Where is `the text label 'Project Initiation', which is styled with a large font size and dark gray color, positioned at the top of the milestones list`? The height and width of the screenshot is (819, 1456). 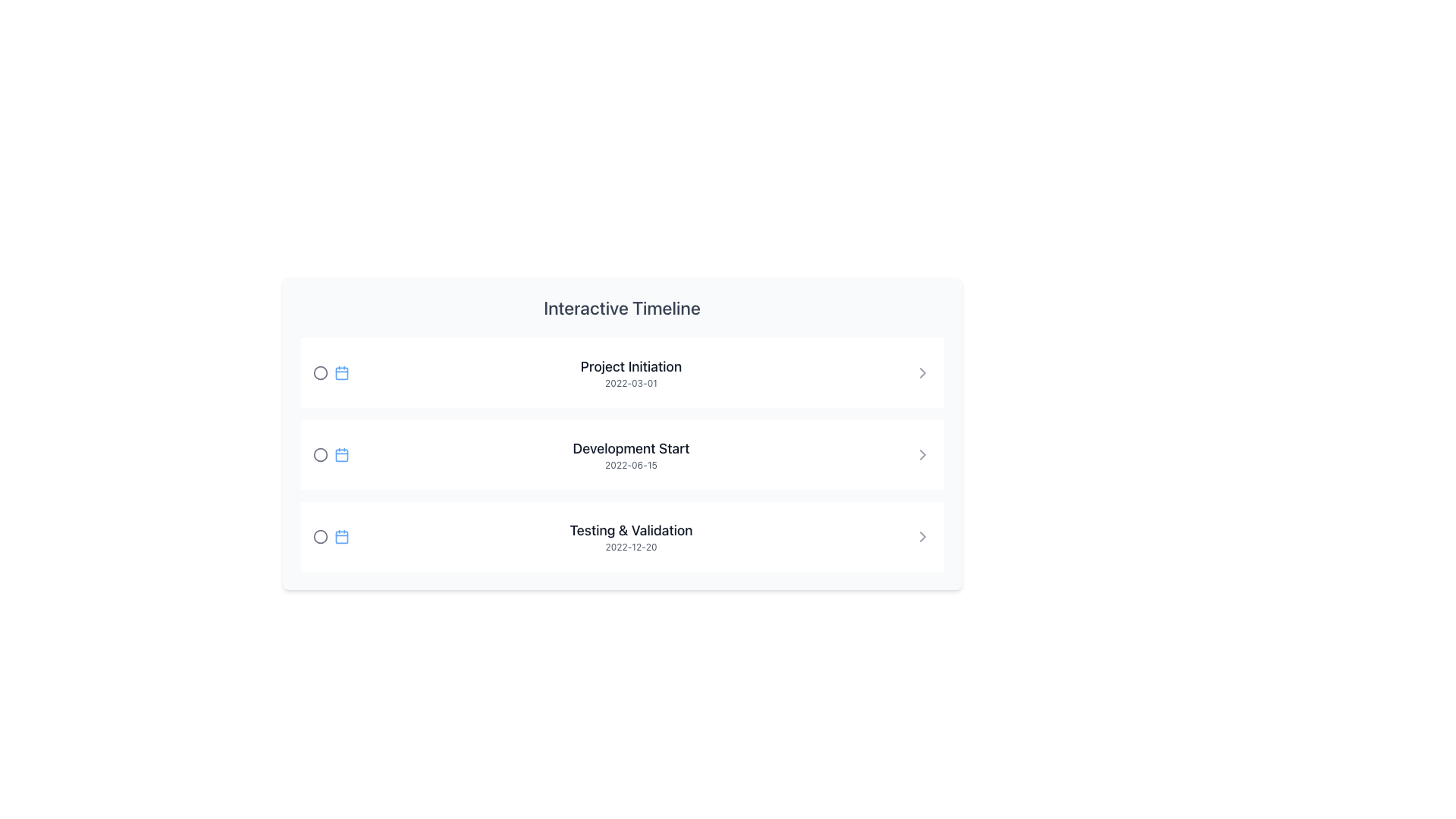 the text label 'Project Initiation', which is styled with a large font size and dark gray color, positioned at the top of the milestones list is located at coordinates (631, 366).